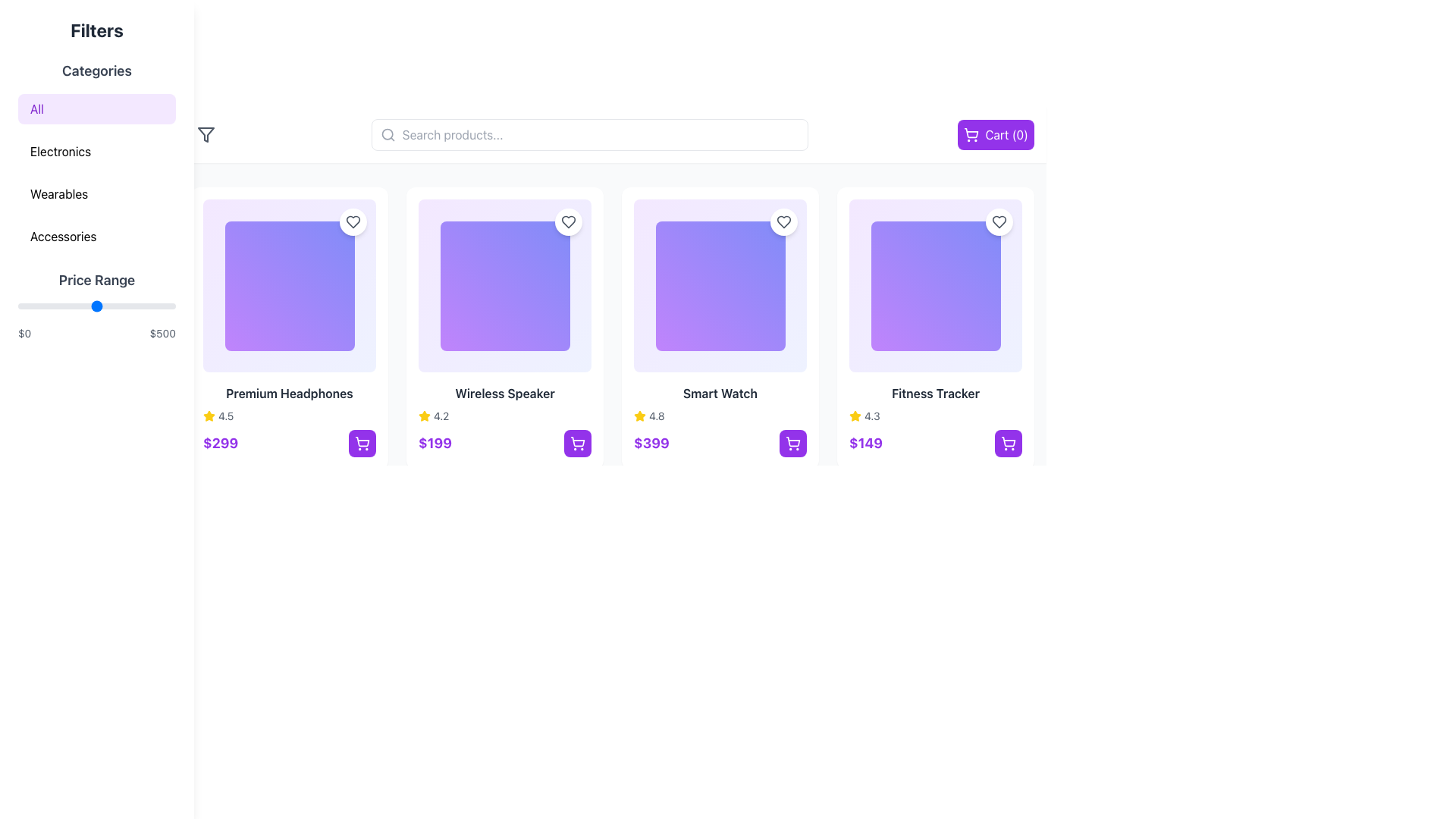  I want to click on the decorative search icon located on the left side of the search input field in the toolbar, so click(388, 133).